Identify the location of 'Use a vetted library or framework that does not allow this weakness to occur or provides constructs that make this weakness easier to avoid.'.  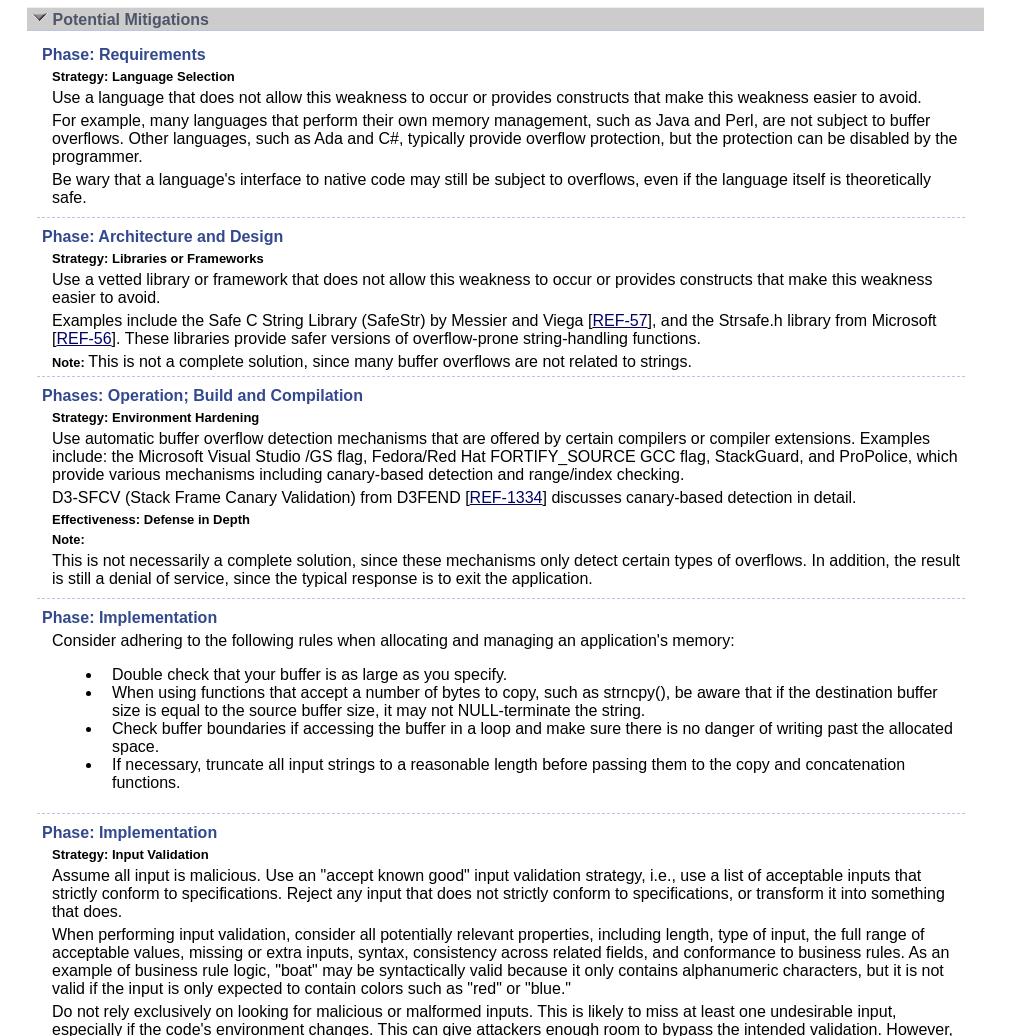
(52, 288).